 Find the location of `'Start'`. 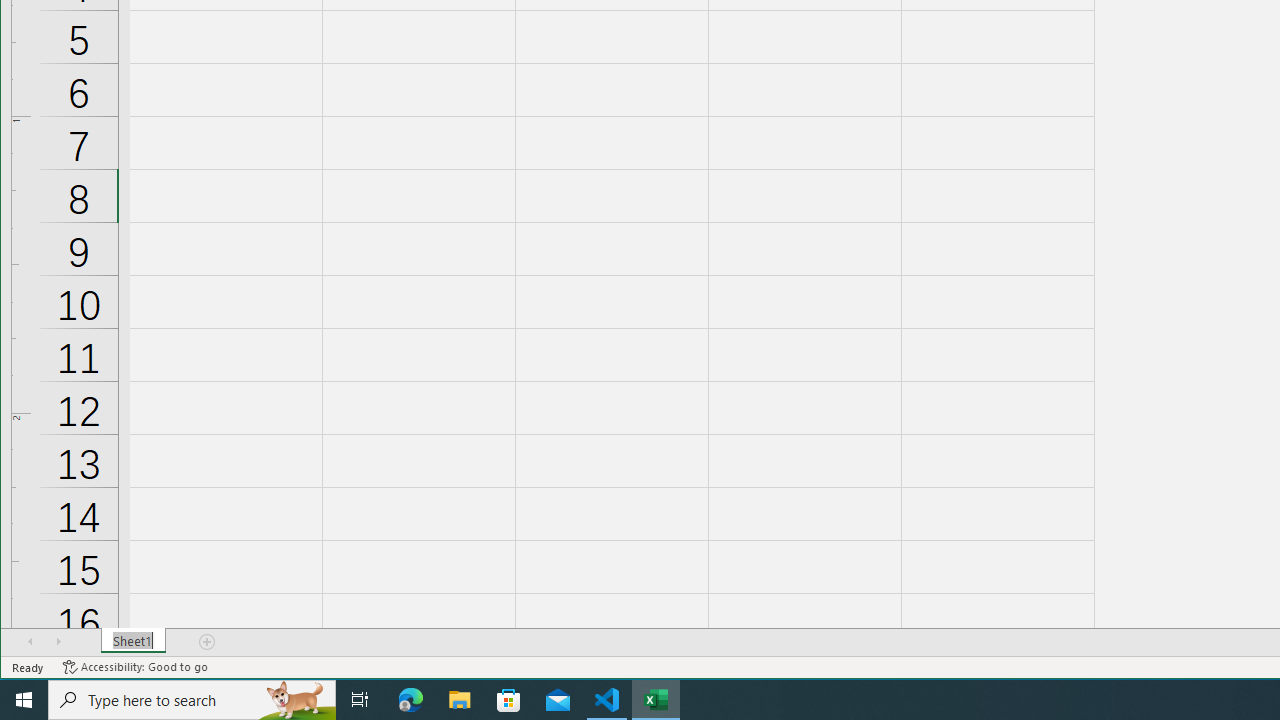

'Start' is located at coordinates (24, 698).